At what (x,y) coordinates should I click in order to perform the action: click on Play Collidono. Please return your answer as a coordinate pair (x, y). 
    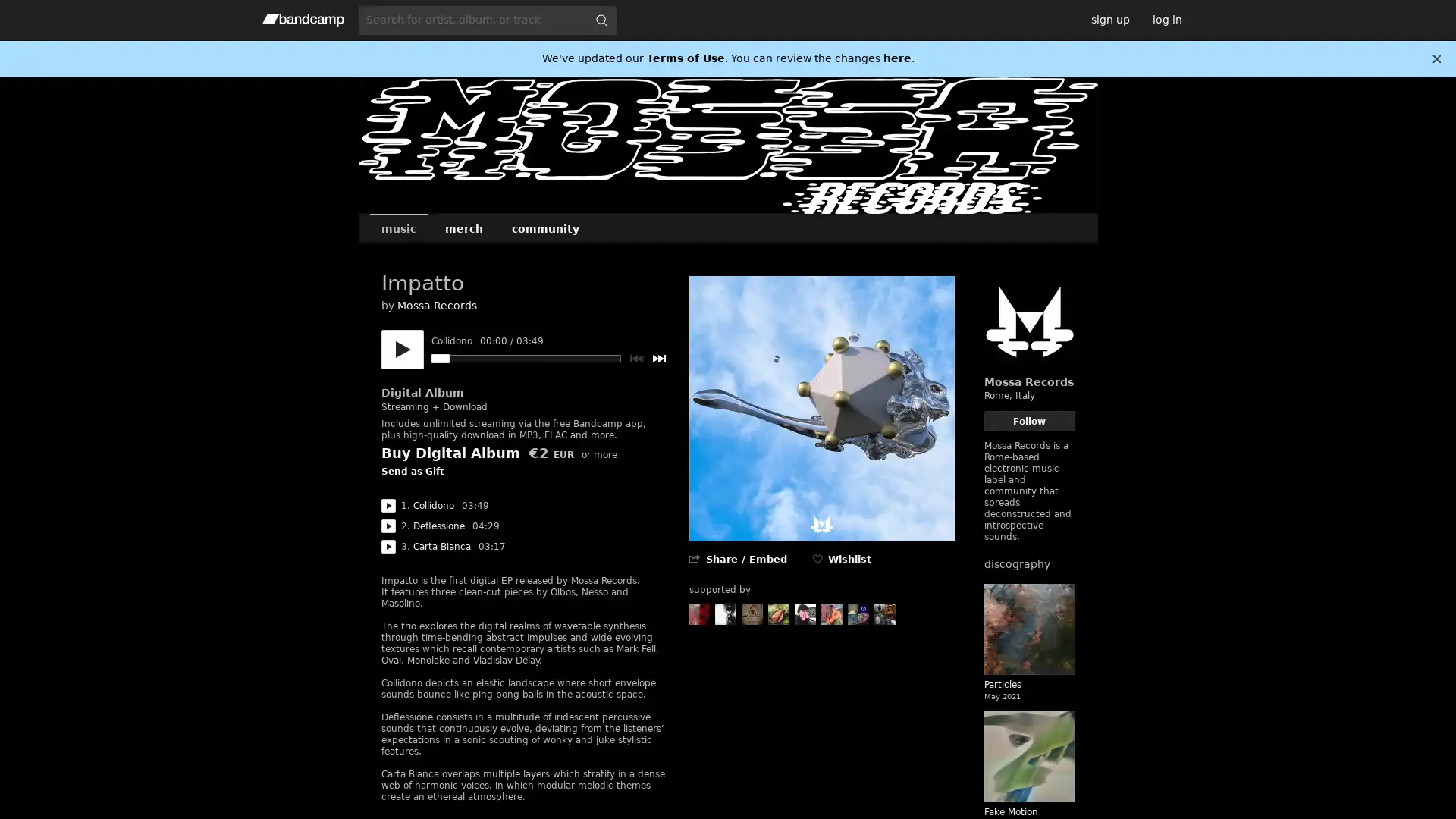
    Looking at the image, I should click on (388, 506).